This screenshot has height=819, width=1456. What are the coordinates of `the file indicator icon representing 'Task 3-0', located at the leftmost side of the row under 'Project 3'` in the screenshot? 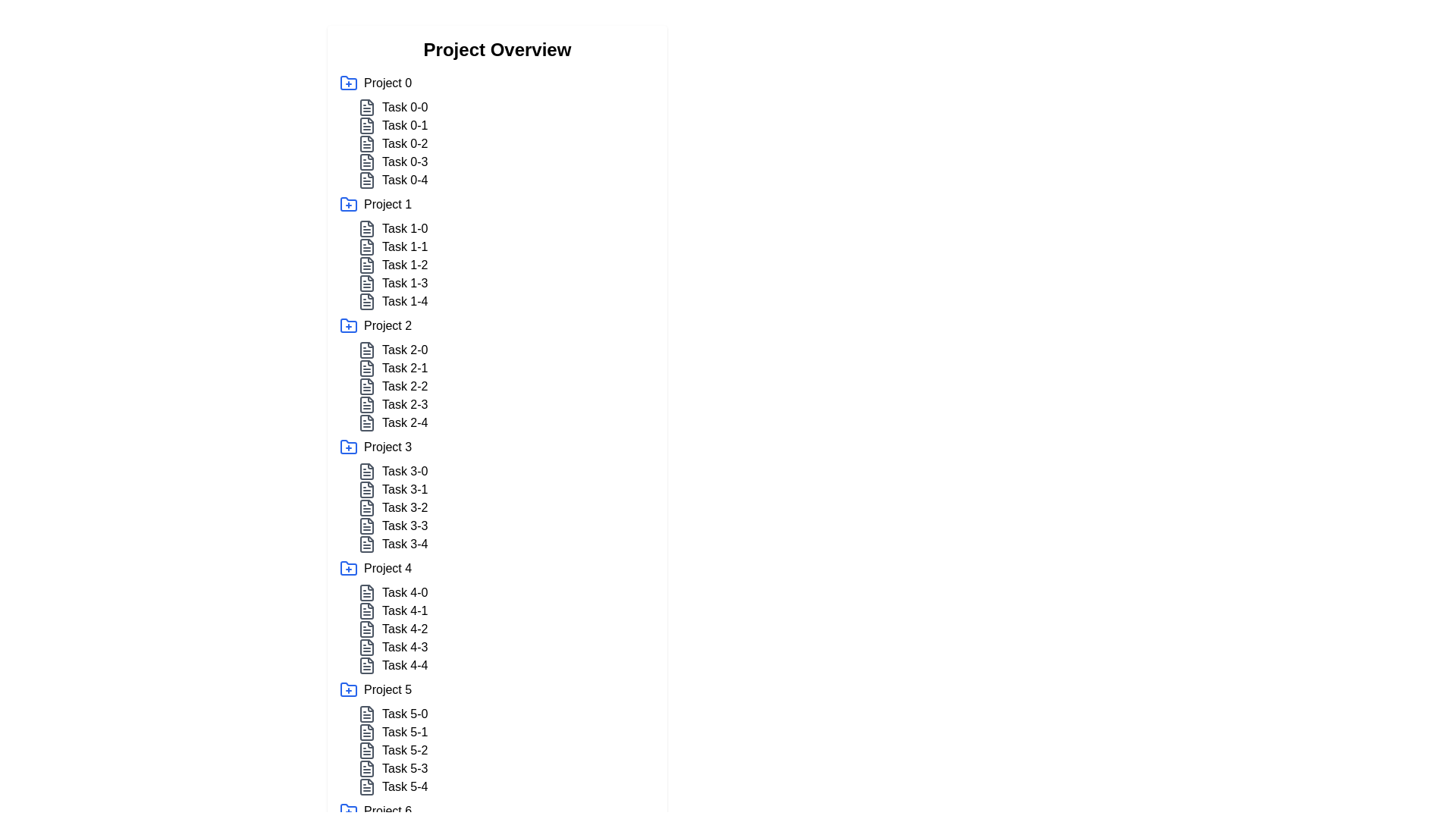 It's located at (367, 470).